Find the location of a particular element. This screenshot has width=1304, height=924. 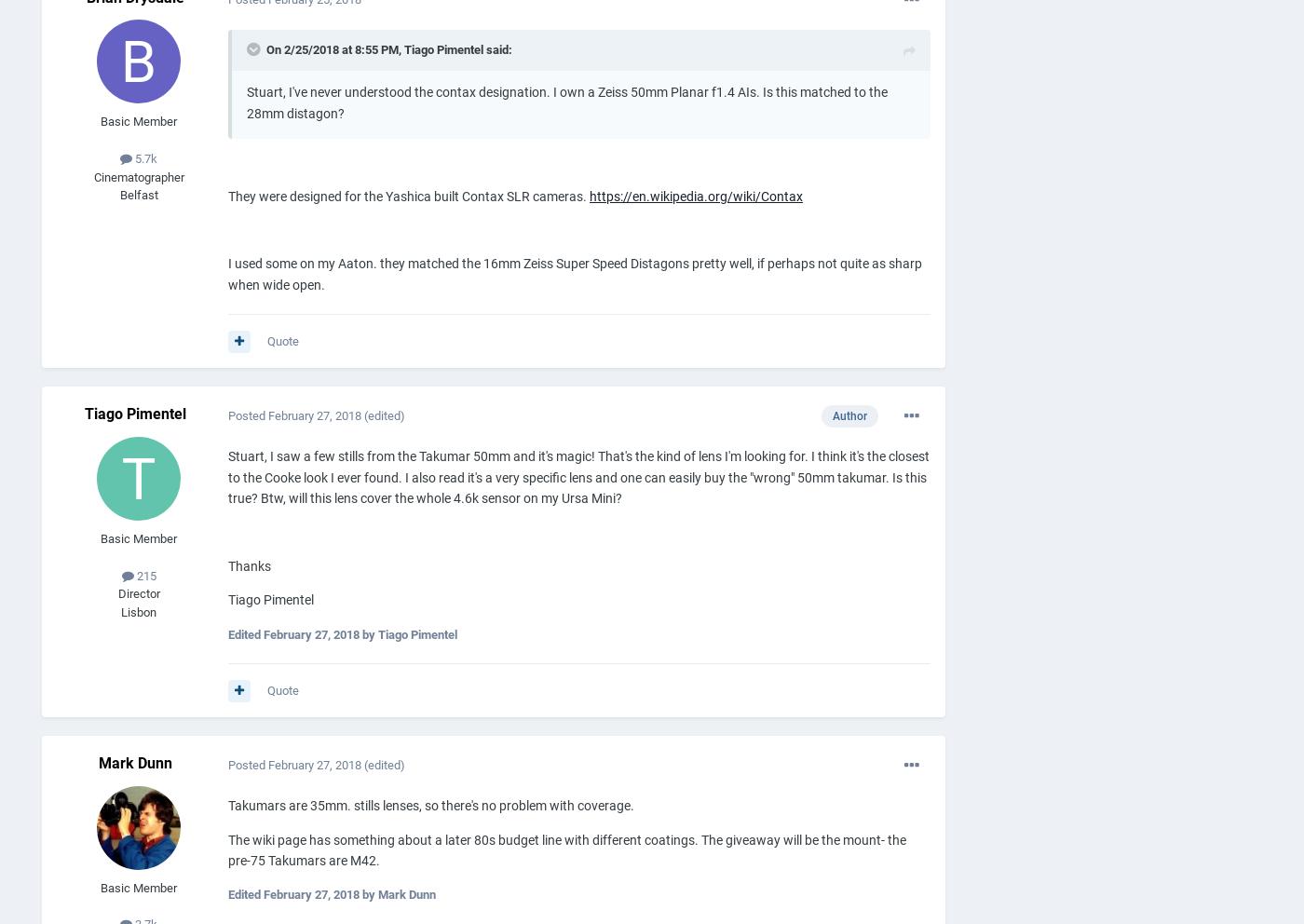

'Director' is located at coordinates (138, 593).